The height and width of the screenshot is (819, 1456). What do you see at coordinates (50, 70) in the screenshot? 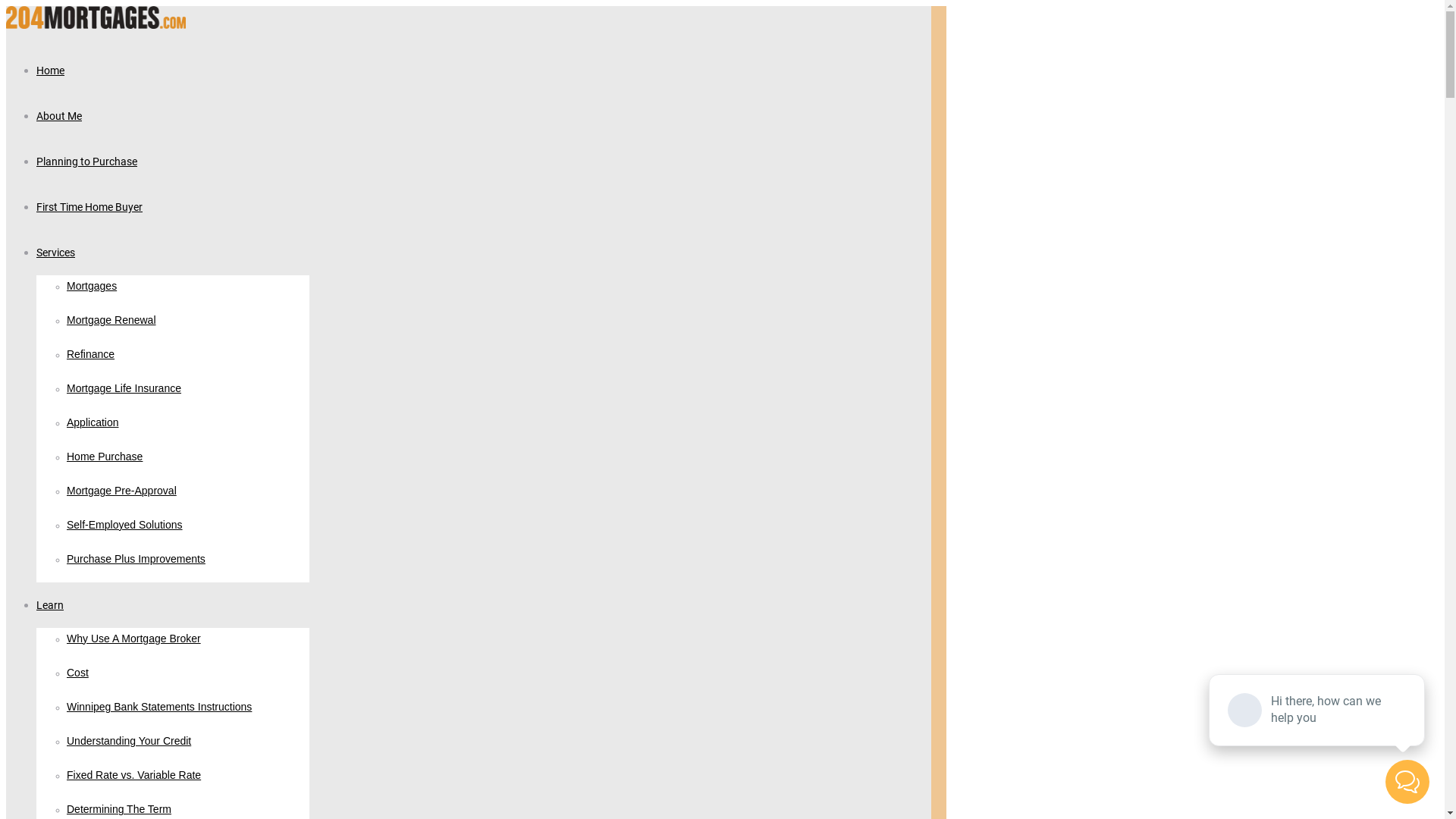
I see `'Home'` at bounding box center [50, 70].